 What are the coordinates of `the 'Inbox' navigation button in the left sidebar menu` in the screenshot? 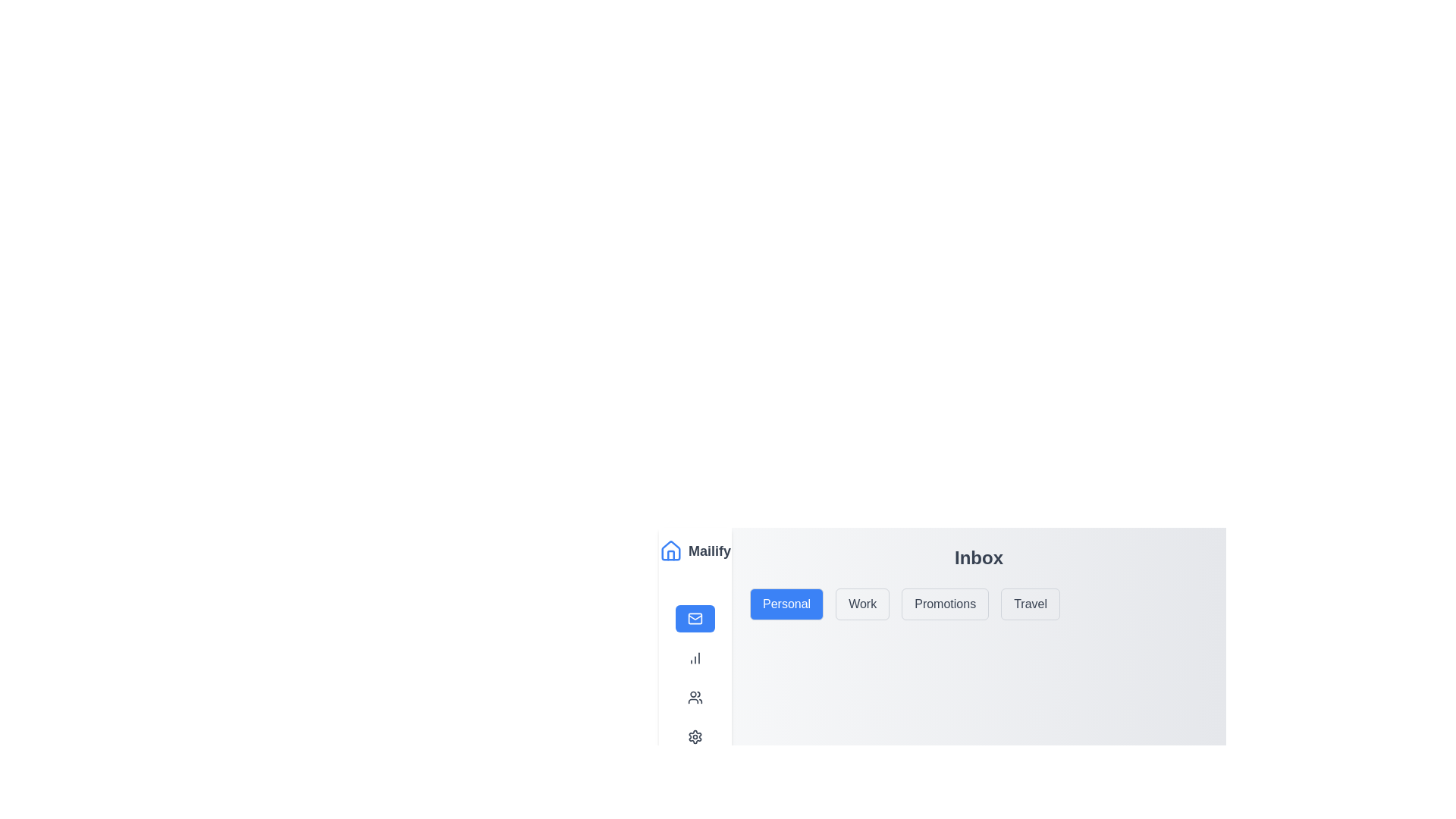 It's located at (694, 619).